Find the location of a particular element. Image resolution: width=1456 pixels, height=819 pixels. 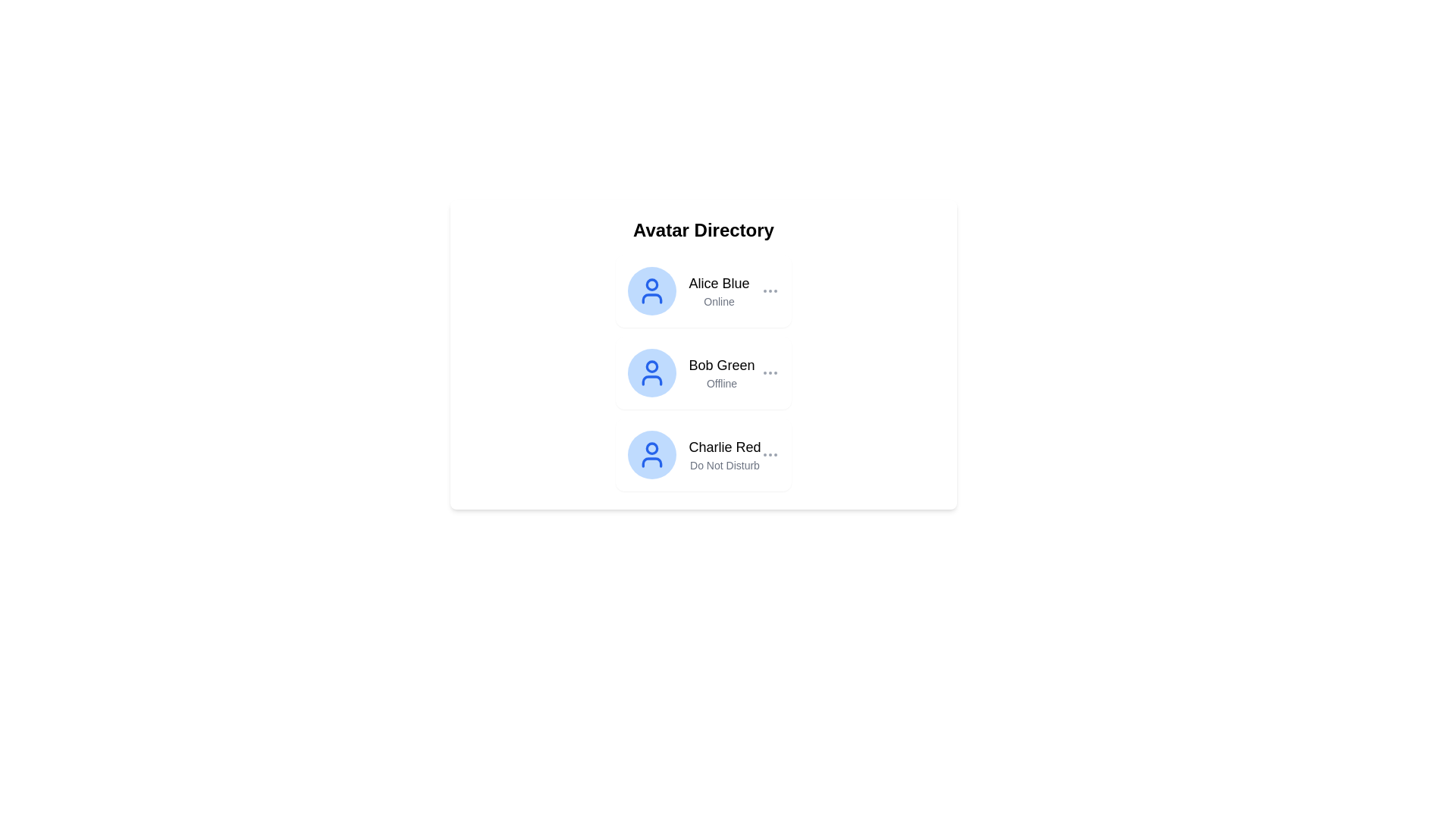

the text label displaying 'Online' located beneath the username 'Alice Blue' is located at coordinates (718, 301).